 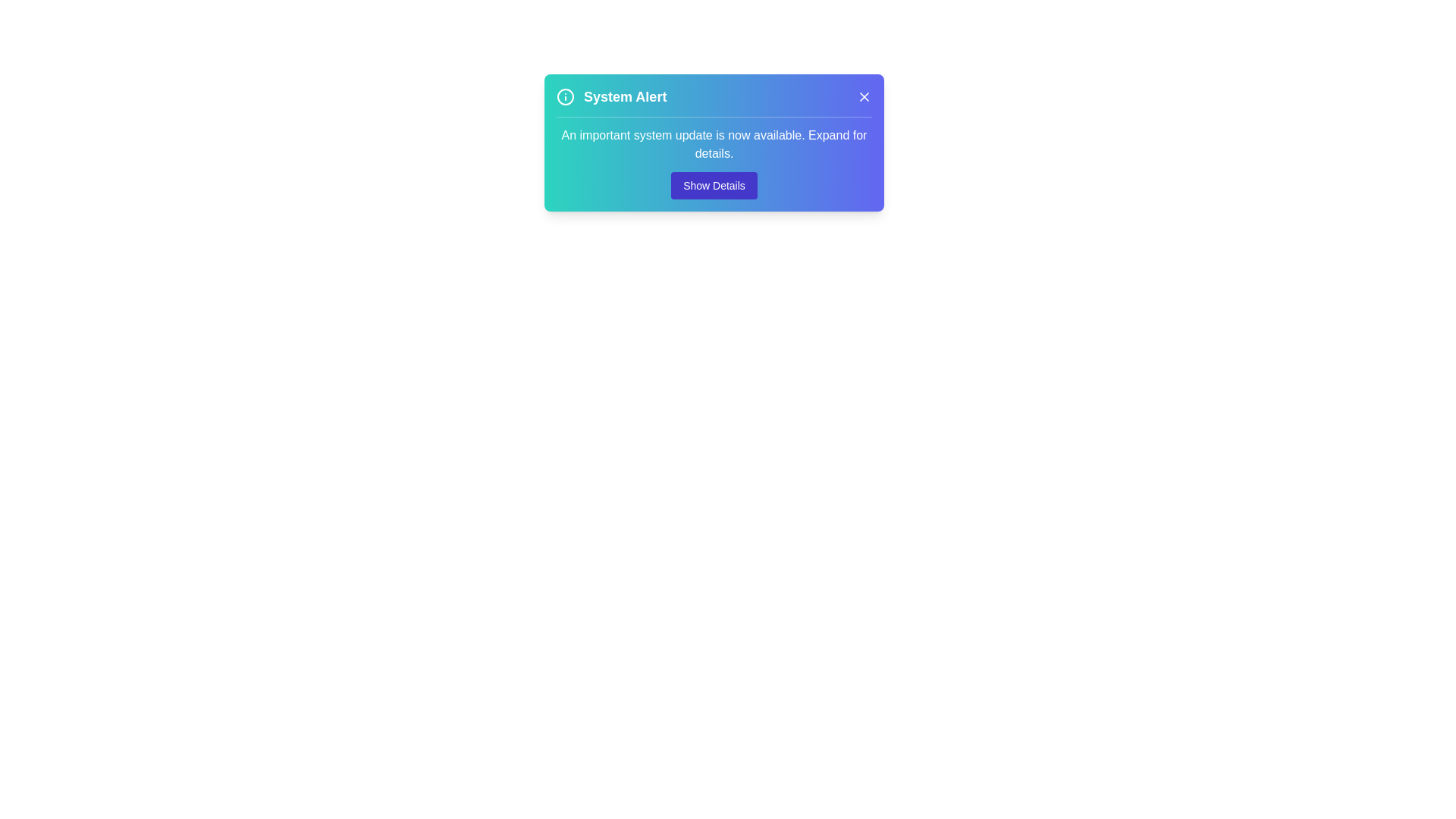 I want to click on the text 'An important system update is now available. Expand for details.' to select it, so click(x=713, y=158).